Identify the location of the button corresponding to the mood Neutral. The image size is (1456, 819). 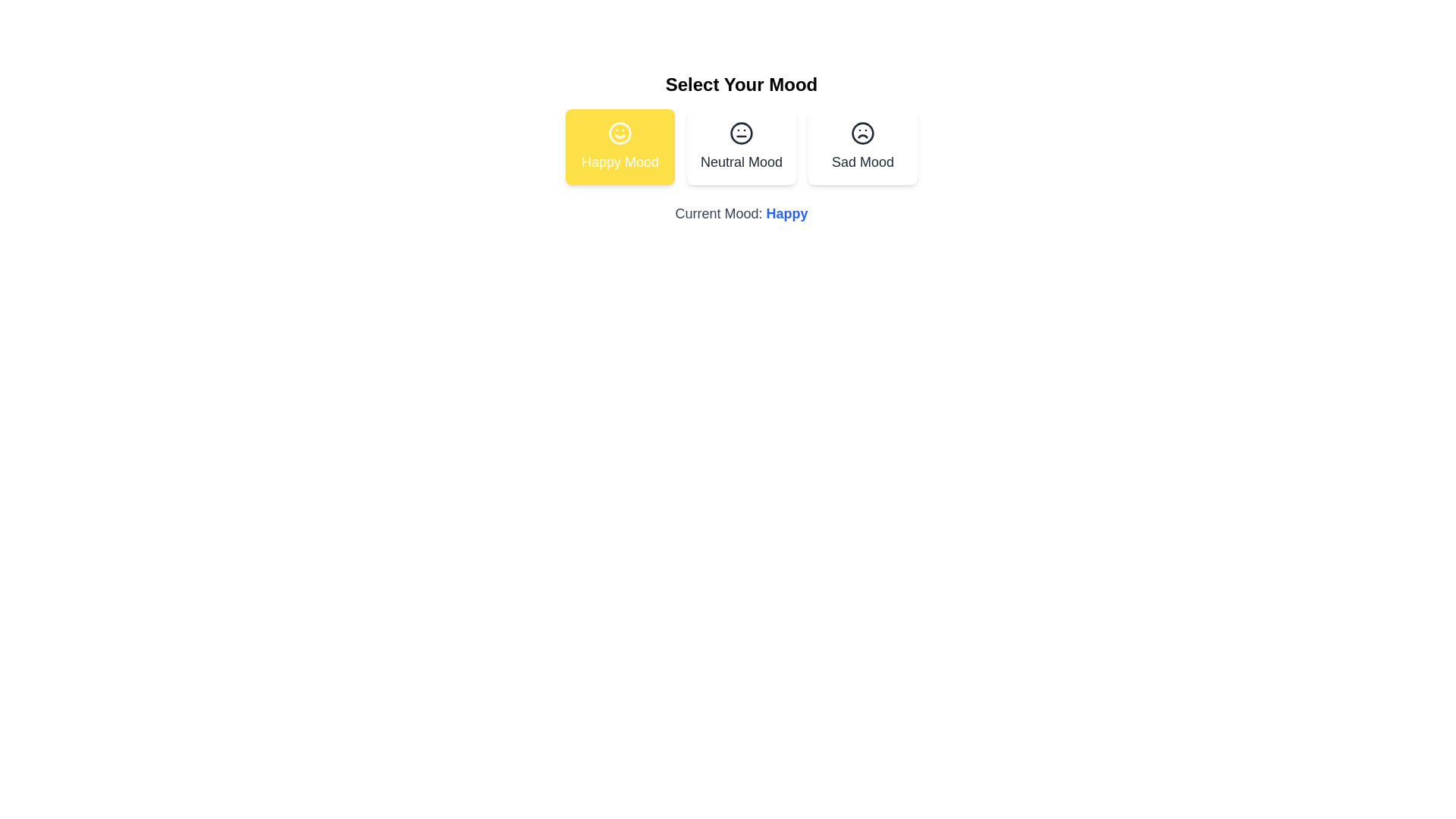
(742, 146).